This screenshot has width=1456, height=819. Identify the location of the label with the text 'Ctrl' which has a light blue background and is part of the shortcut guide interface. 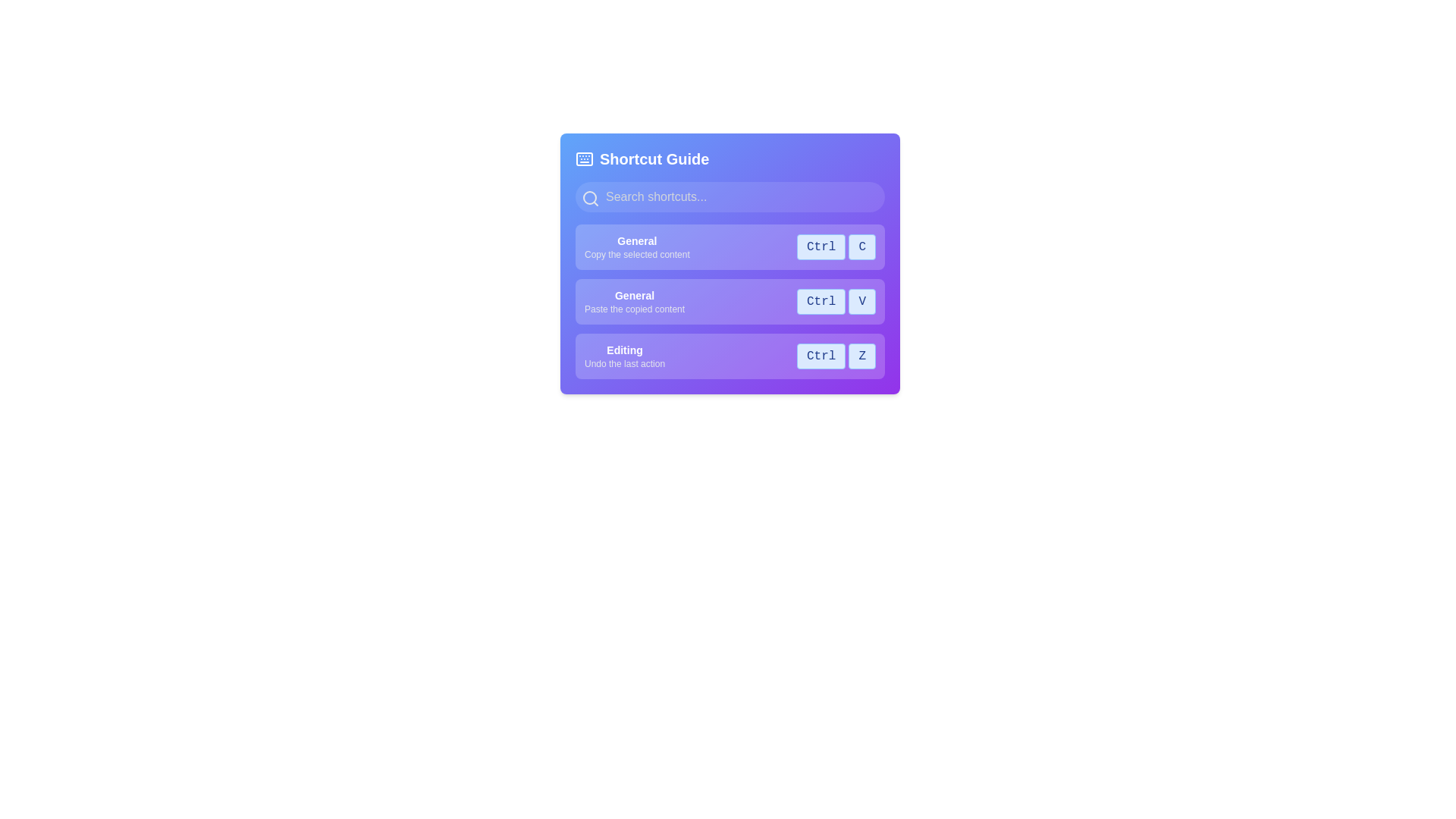
(821, 246).